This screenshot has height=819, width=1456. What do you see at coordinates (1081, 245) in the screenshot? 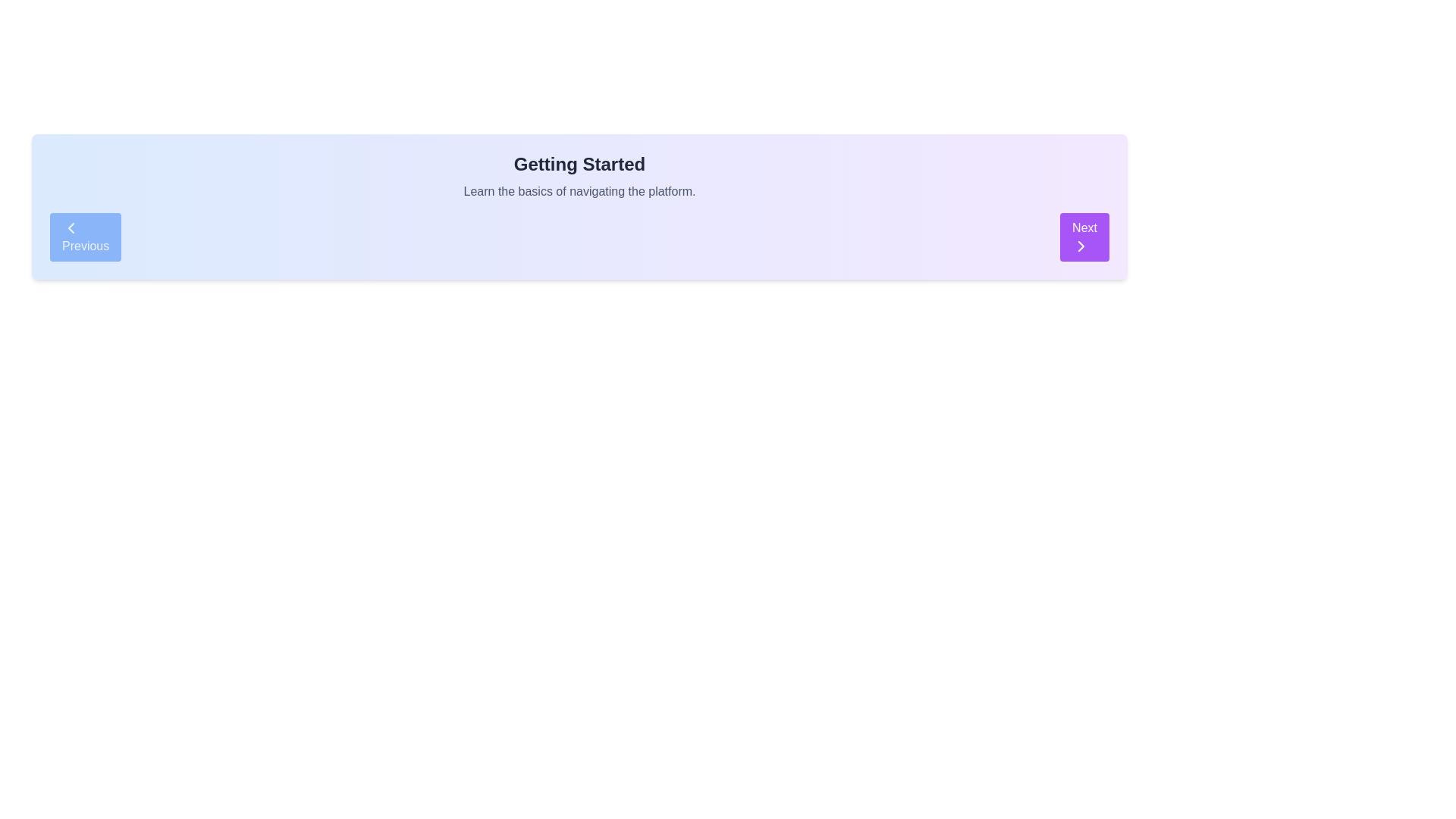
I see `the right-facing chevron icon within the 'Next' button, which is styled as a navigation icon` at bounding box center [1081, 245].